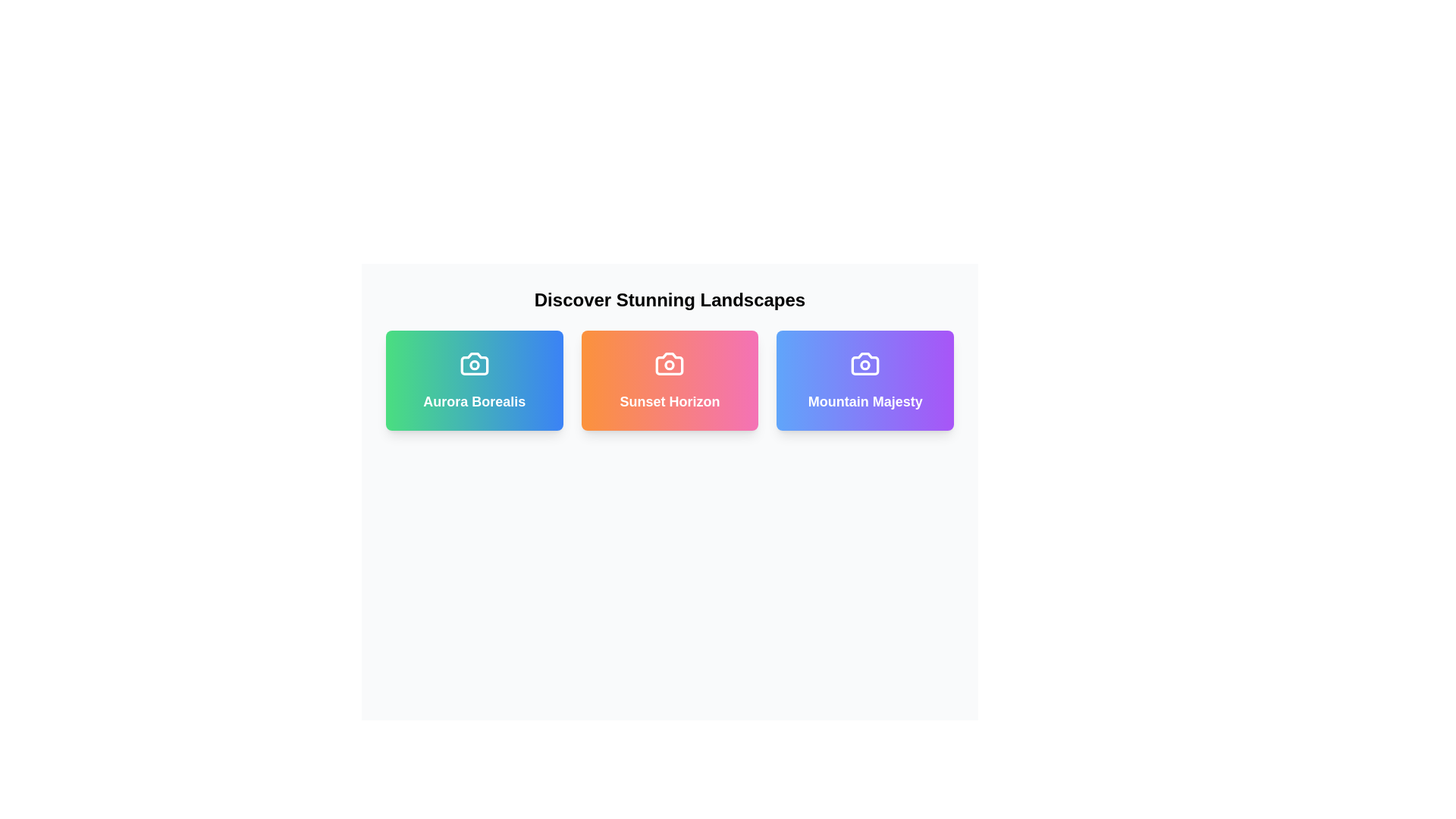 This screenshot has height=819, width=1456. What do you see at coordinates (473, 379) in the screenshot?
I see `the leftmost interactive card labeled 'Aurora Borealis'` at bounding box center [473, 379].